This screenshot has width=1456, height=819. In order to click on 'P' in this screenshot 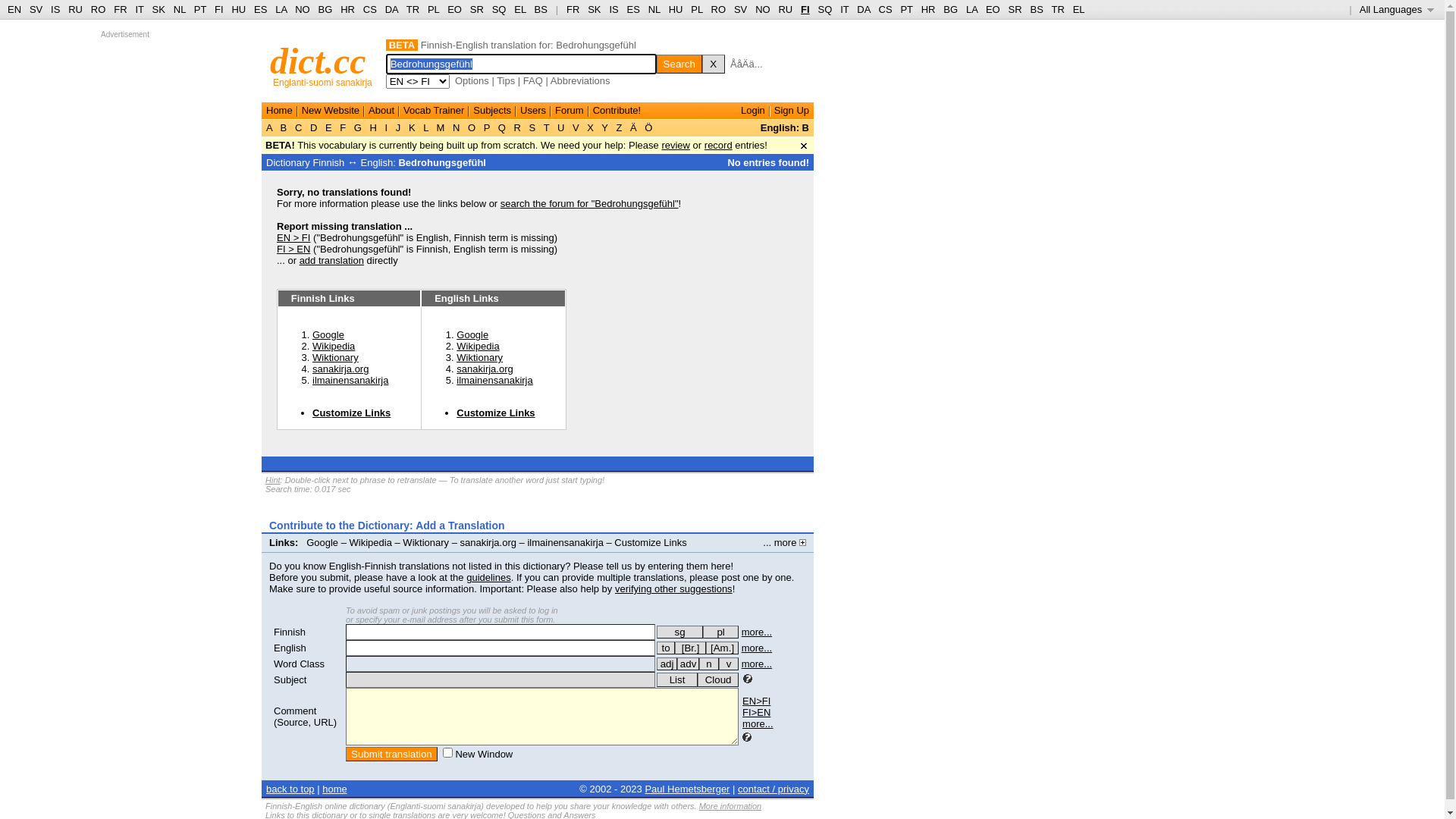, I will do `click(487, 127)`.